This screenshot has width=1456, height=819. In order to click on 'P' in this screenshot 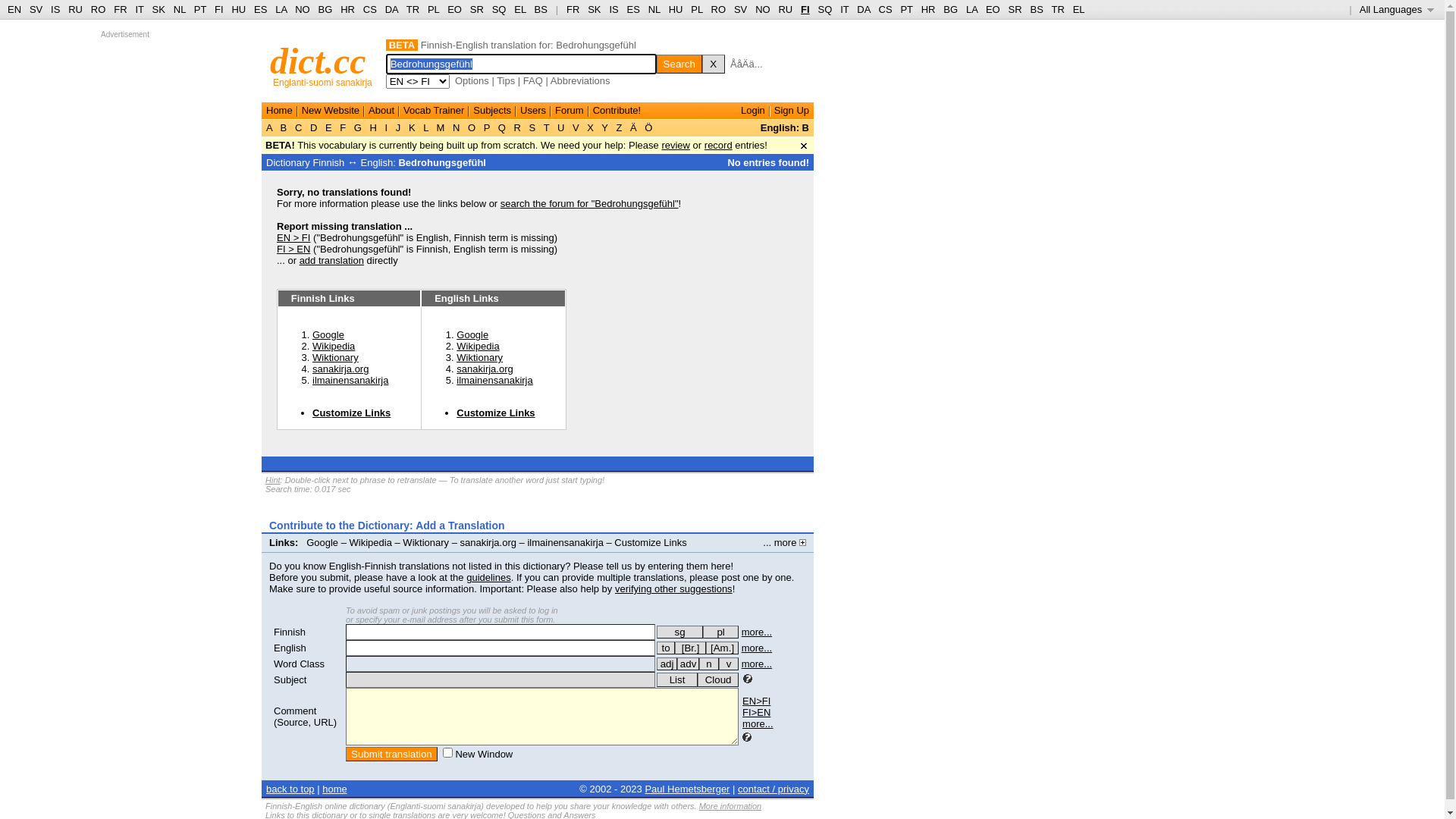, I will do `click(487, 127)`.